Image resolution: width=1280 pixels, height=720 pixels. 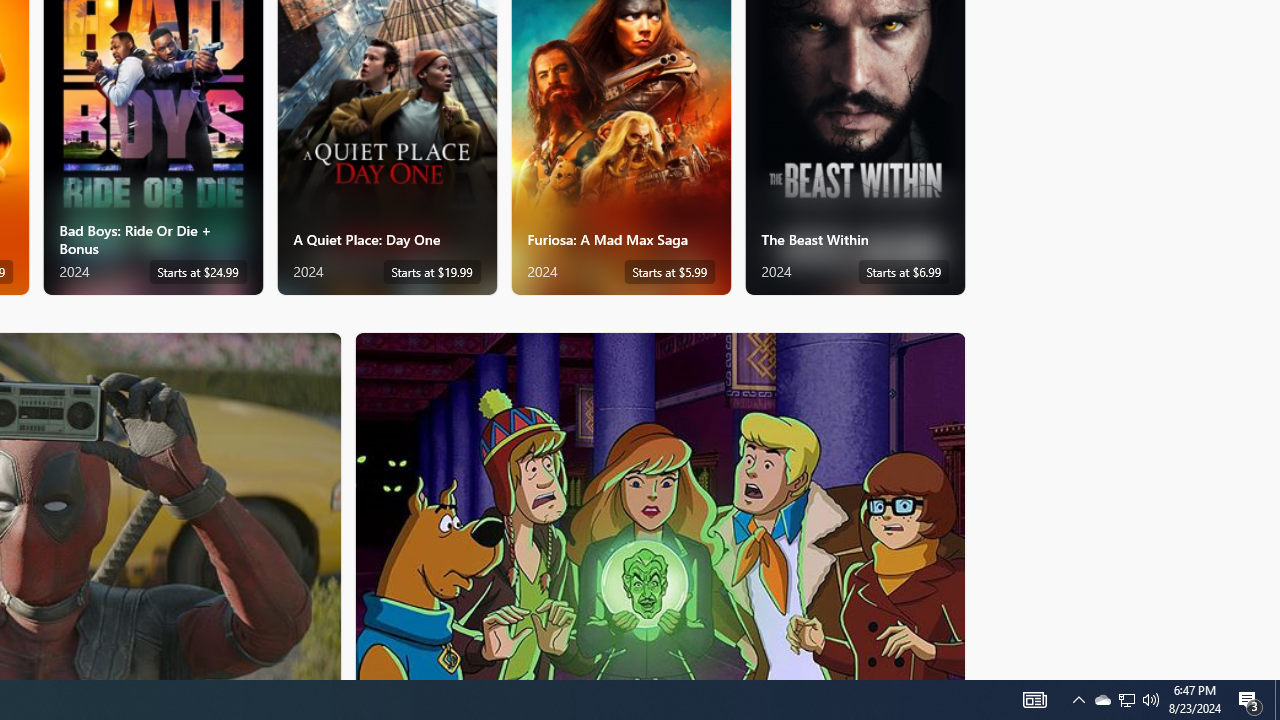 I want to click on 'Family', so click(x=660, y=504).